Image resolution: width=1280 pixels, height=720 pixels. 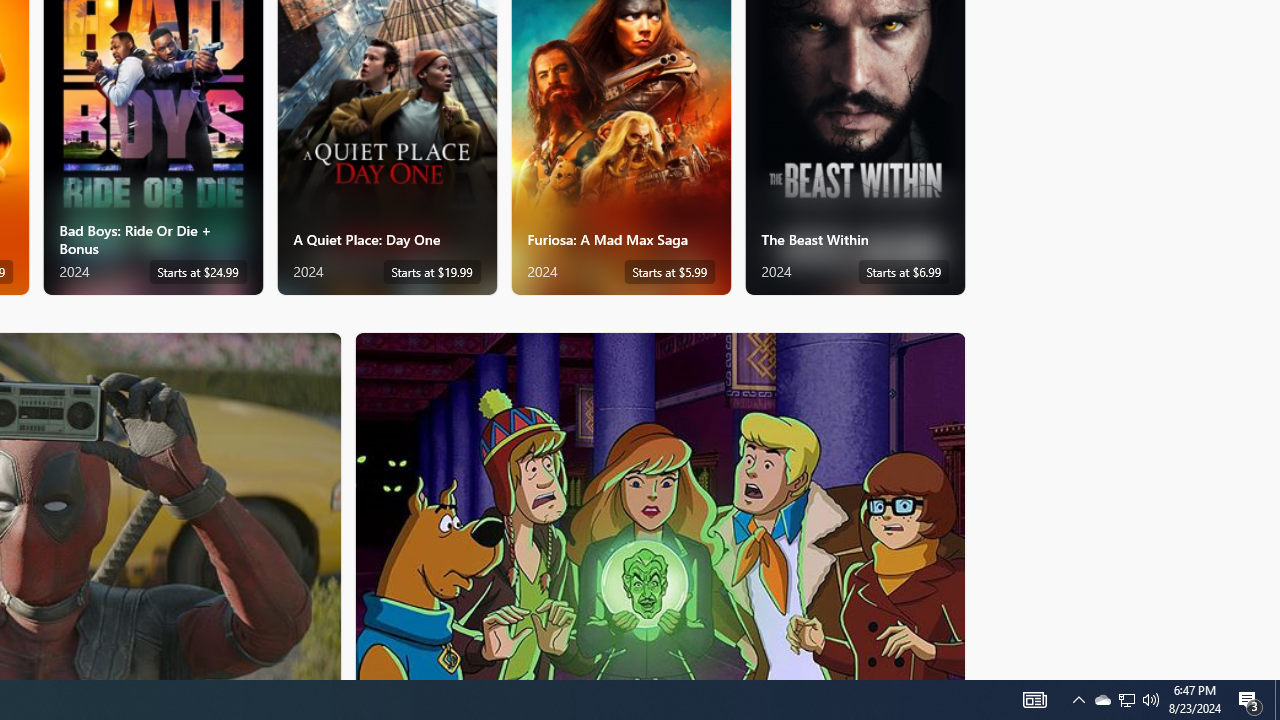 I want to click on 'Family', so click(x=660, y=504).